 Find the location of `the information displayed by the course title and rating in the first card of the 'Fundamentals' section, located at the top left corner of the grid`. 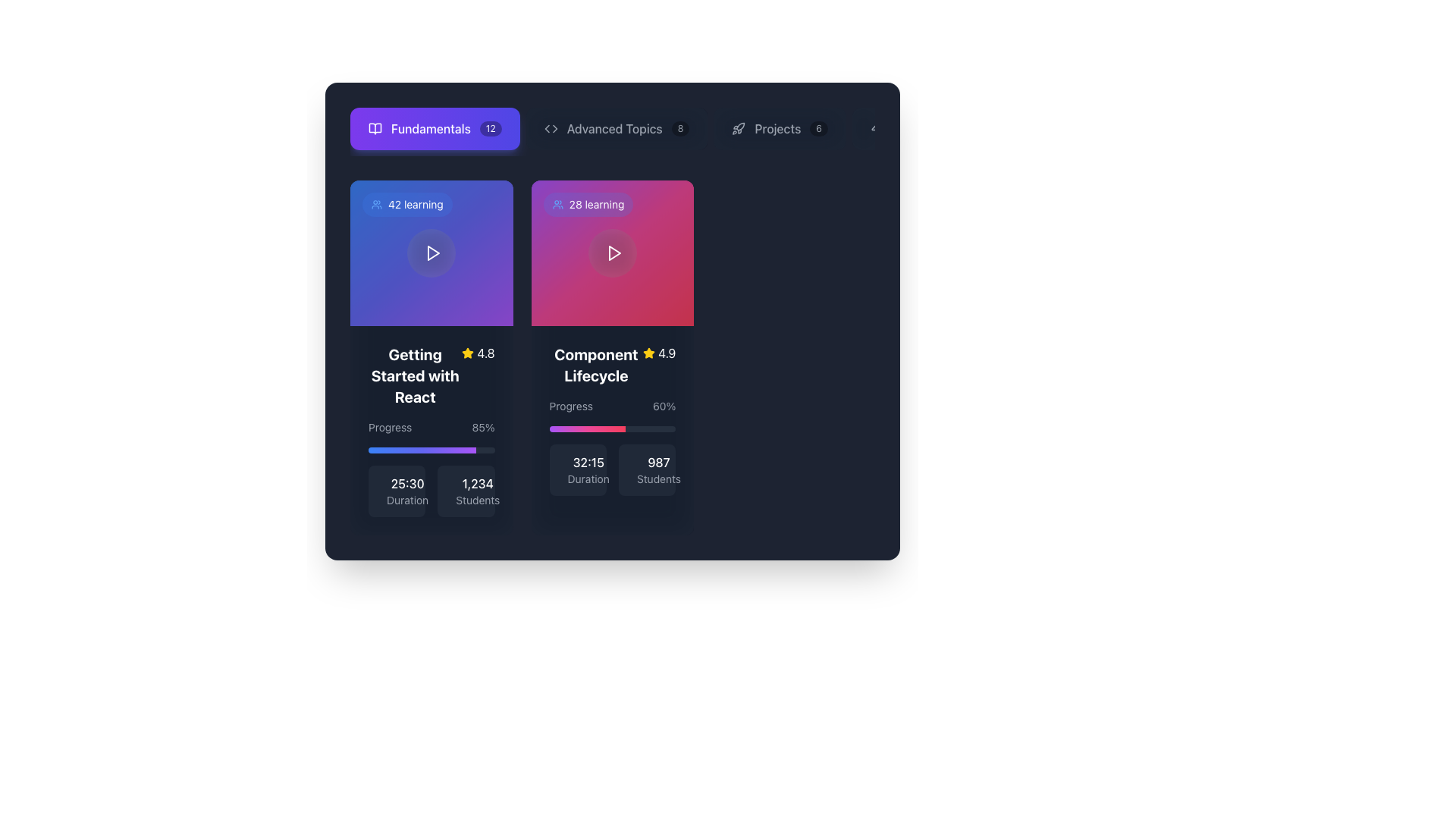

the information displayed by the course title and rating in the first card of the 'Fundamentals' section, located at the top left corner of the grid is located at coordinates (431, 375).